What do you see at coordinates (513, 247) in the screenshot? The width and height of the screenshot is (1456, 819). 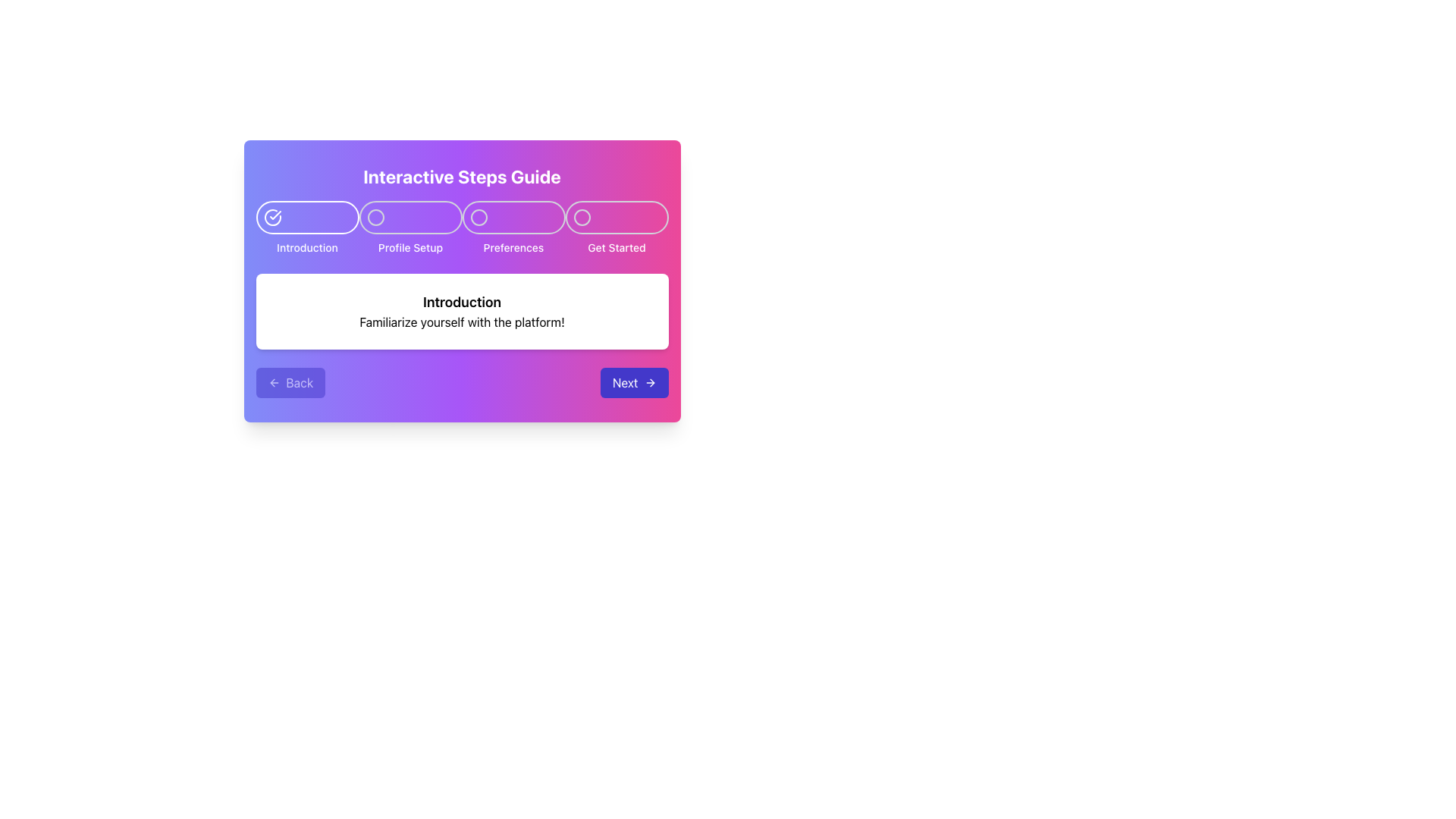 I see `the 'Preferences' text label, which is the third step in a horizontally aligned list of step items in a step-by-step guide interface` at bounding box center [513, 247].